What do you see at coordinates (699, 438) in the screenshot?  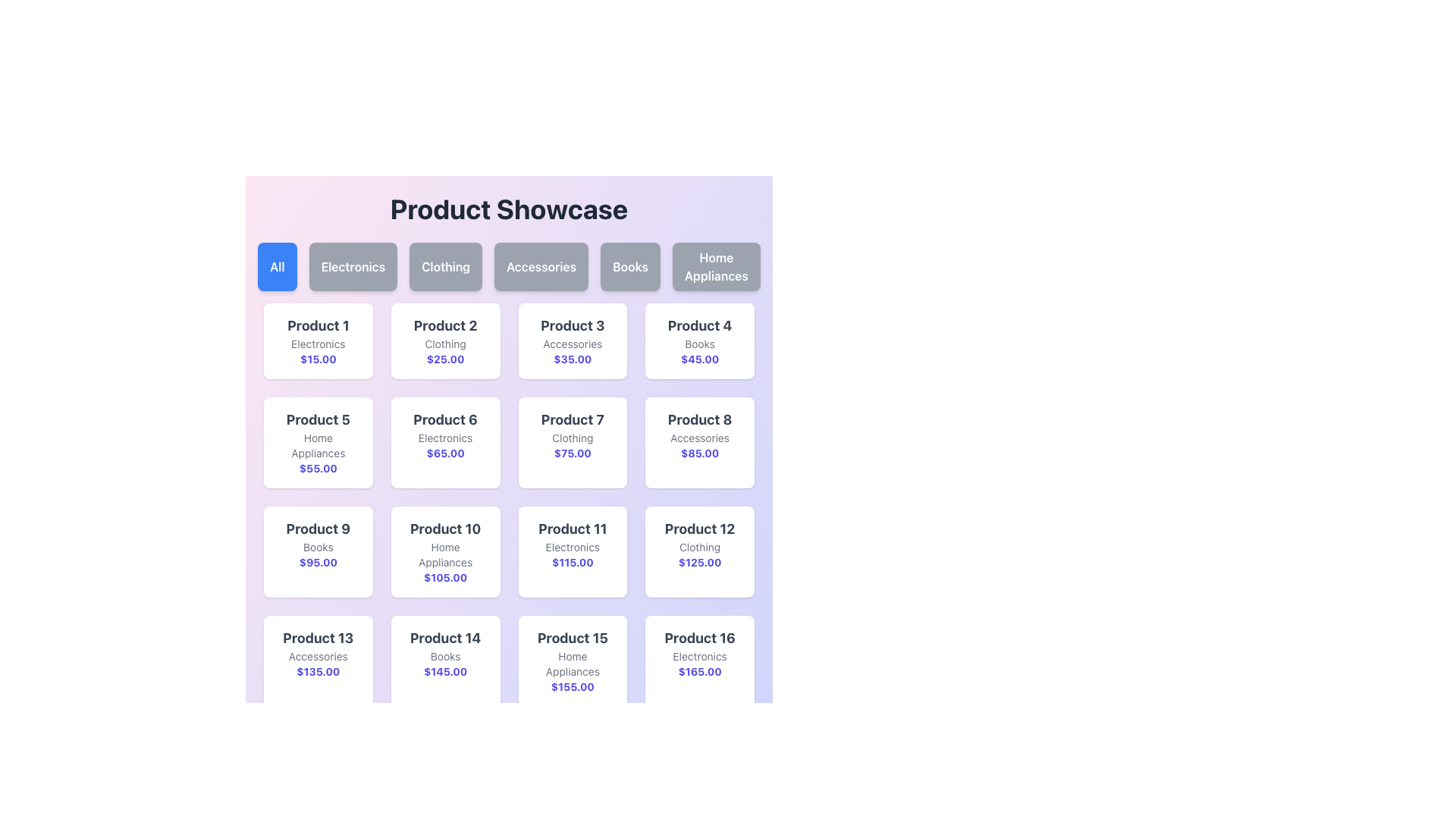 I see `text label indicating the 'Accessories' category for 'Product 8', which is positioned below the product name and above the price within the card layout` at bounding box center [699, 438].